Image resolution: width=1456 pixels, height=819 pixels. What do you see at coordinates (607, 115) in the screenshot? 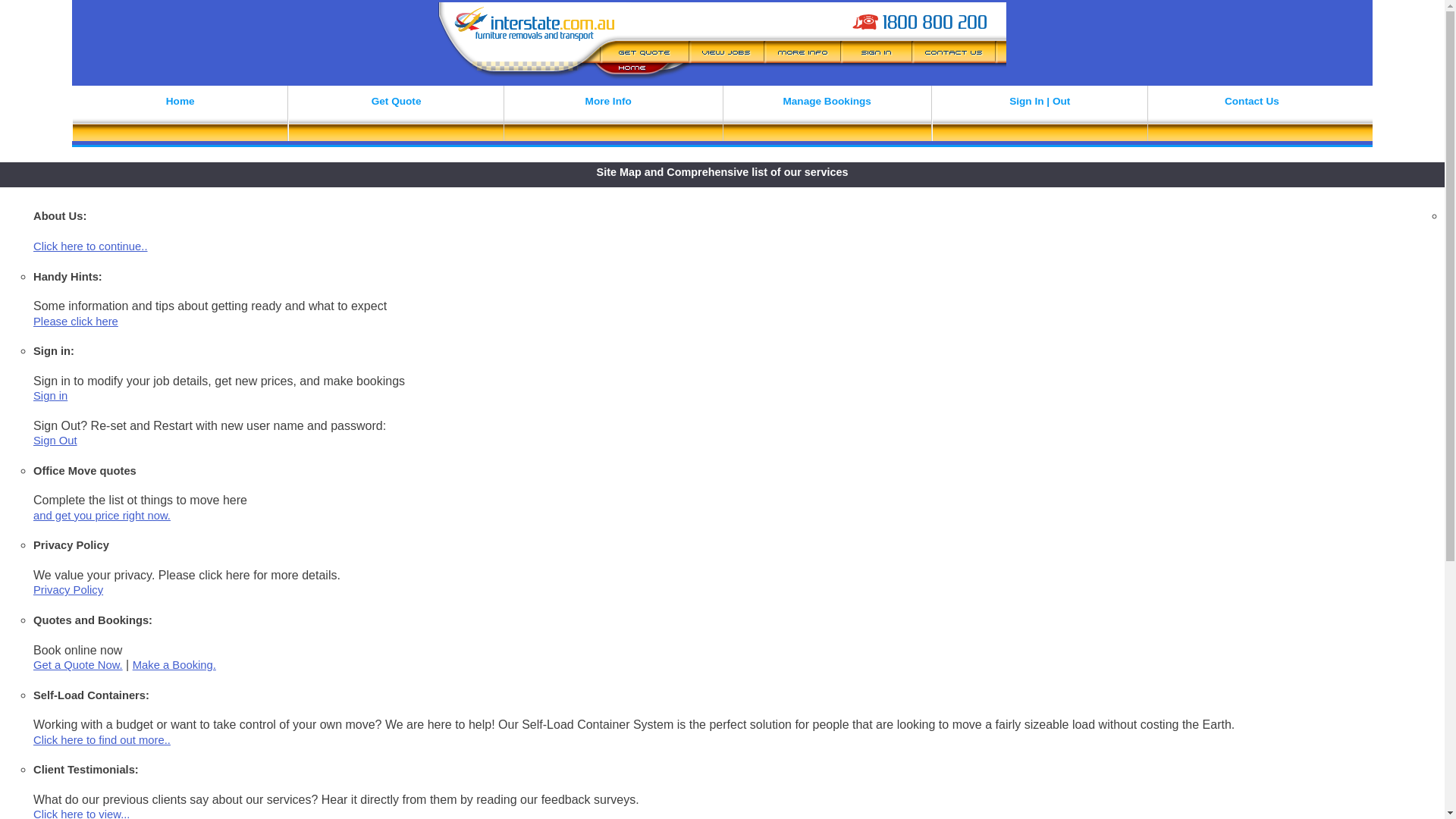
I see `'More Info'` at bounding box center [607, 115].